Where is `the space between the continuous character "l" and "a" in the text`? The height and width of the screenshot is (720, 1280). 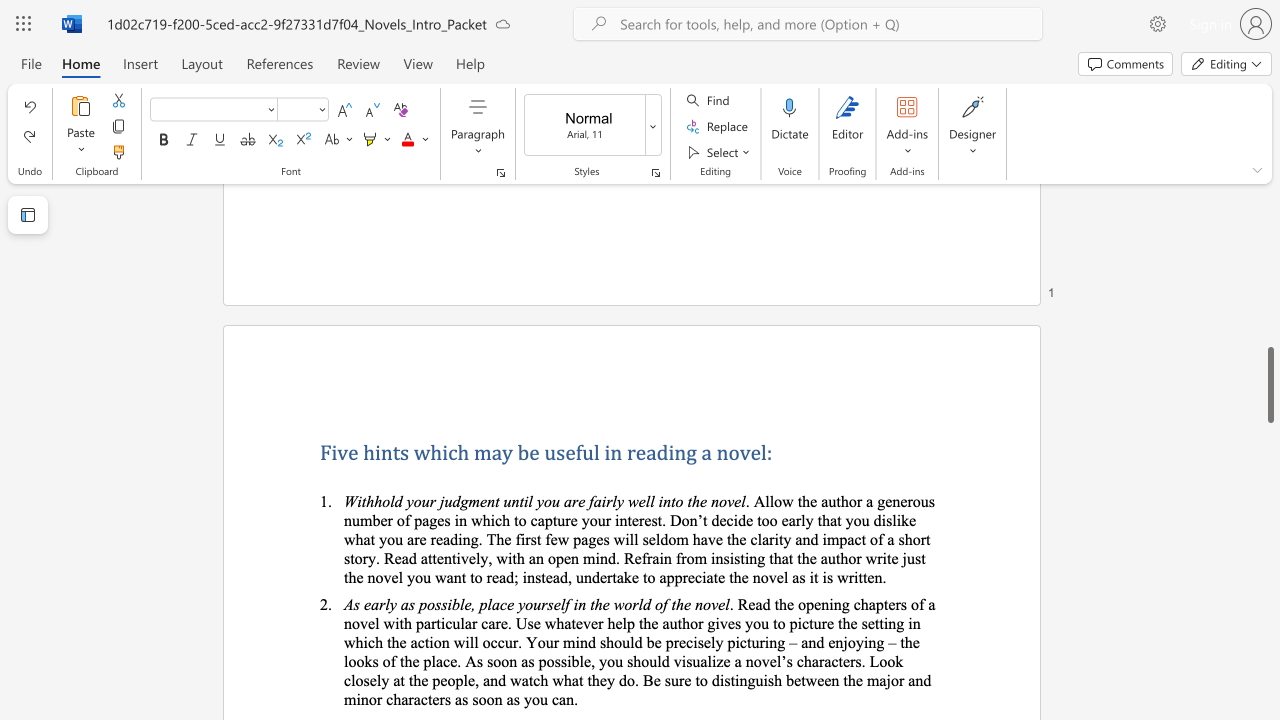 the space between the continuous character "l" and "a" in the text is located at coordinates (492, 603).